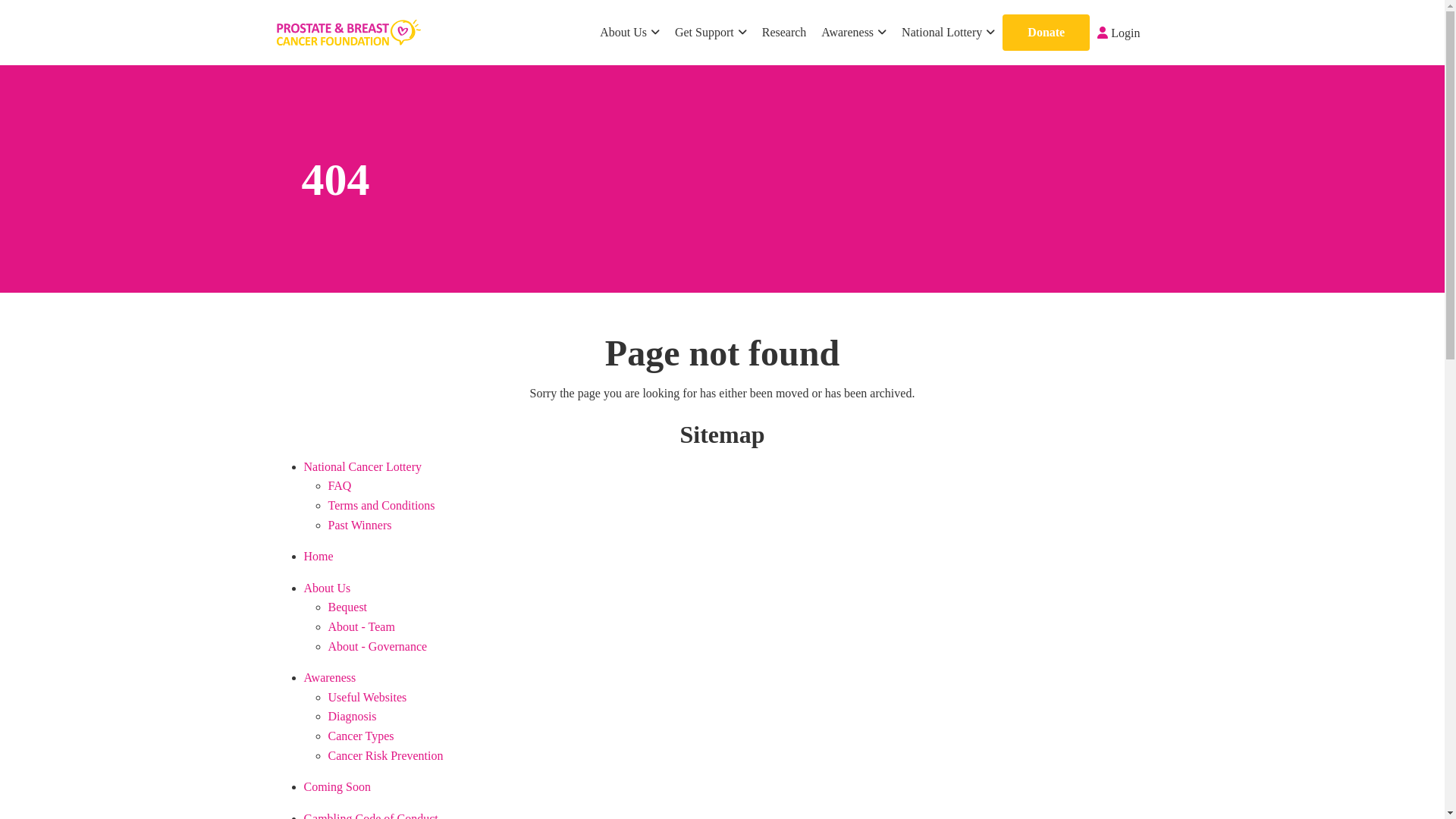 Image resolution: width=1456 pixels, height=819 pixels. What do you see at coordinates (336, 786) in the screenshot?
I see `'Coming Soon'` at bounding box center [336, 786].